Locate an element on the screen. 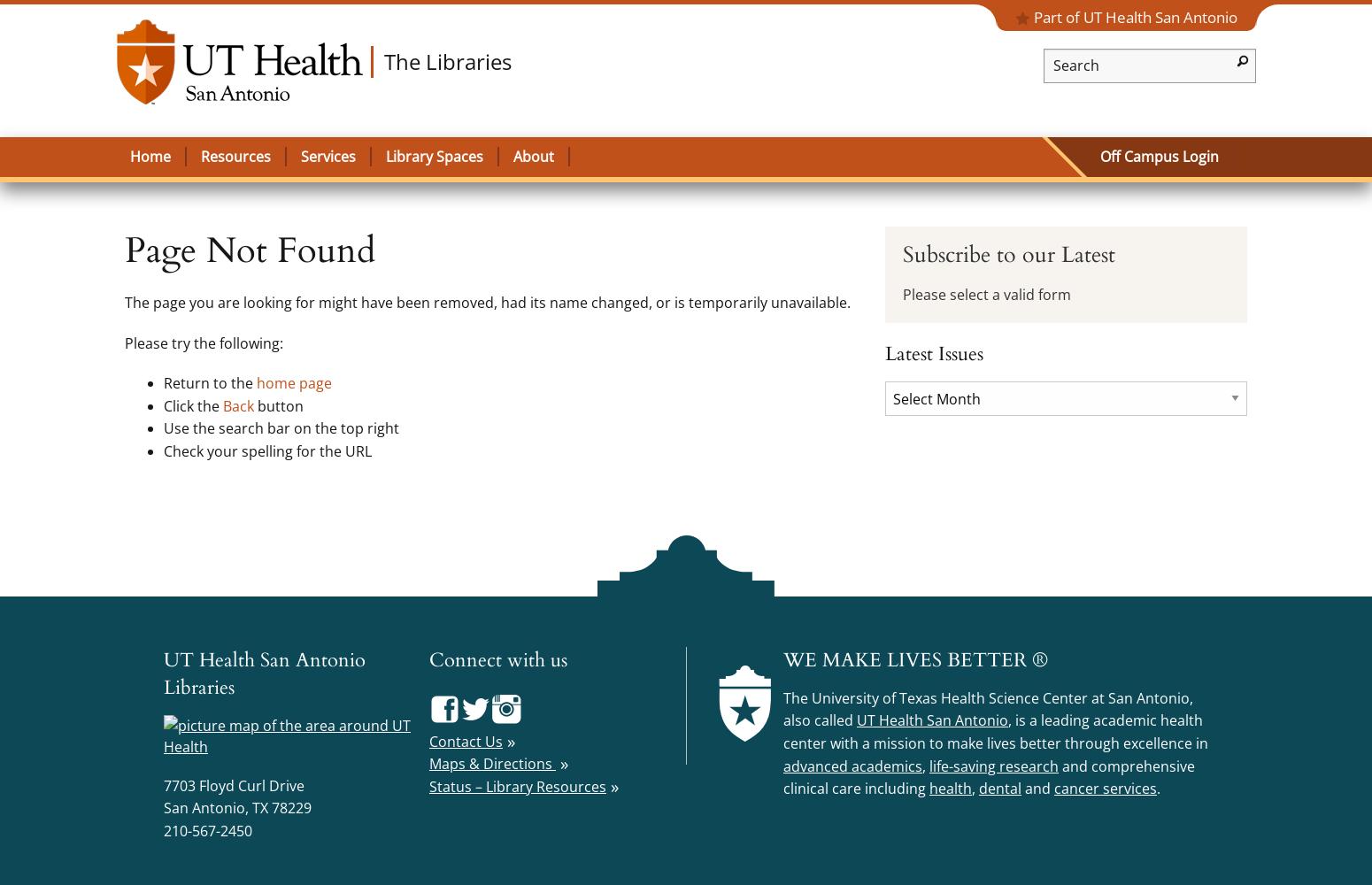 The height and width of the screenshot is (885, 1372). 'Back' is located at coordinates (238, 404).